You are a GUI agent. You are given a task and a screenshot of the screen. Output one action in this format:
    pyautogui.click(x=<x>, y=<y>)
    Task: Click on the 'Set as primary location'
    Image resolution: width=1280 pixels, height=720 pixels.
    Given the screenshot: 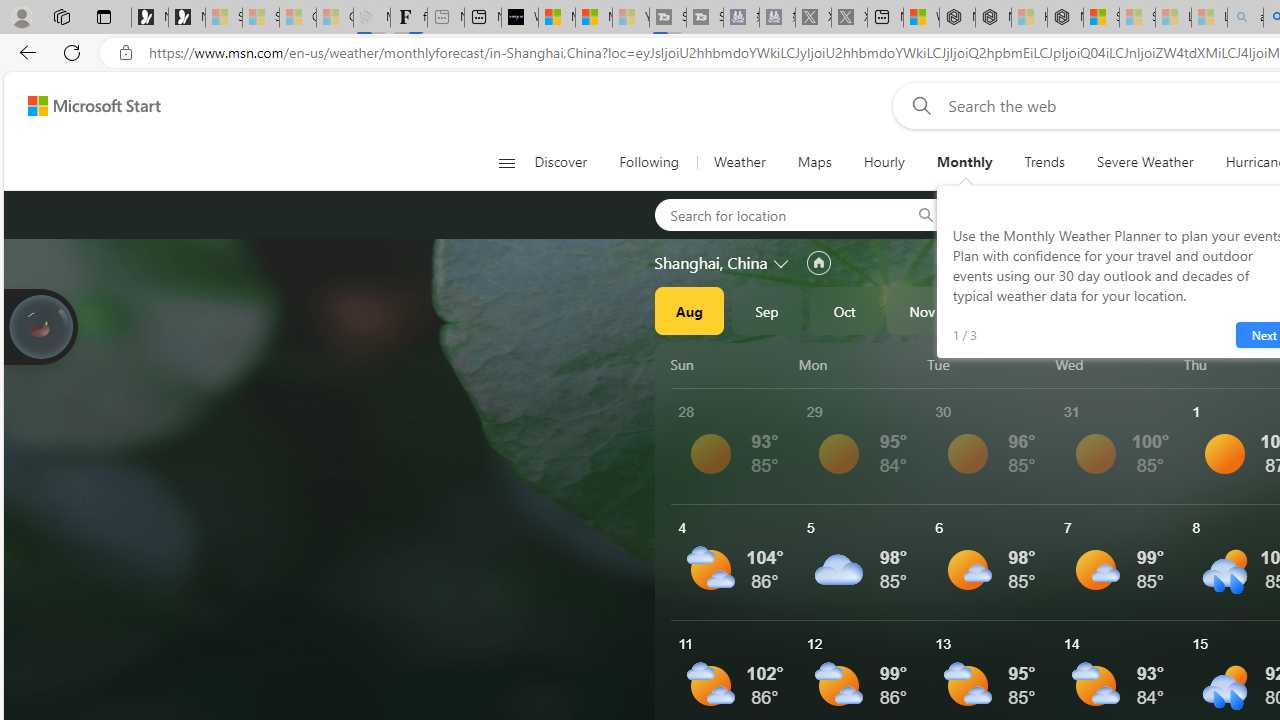 What is the action you would take?
    pyautogui.click(x=818, y=262)
    